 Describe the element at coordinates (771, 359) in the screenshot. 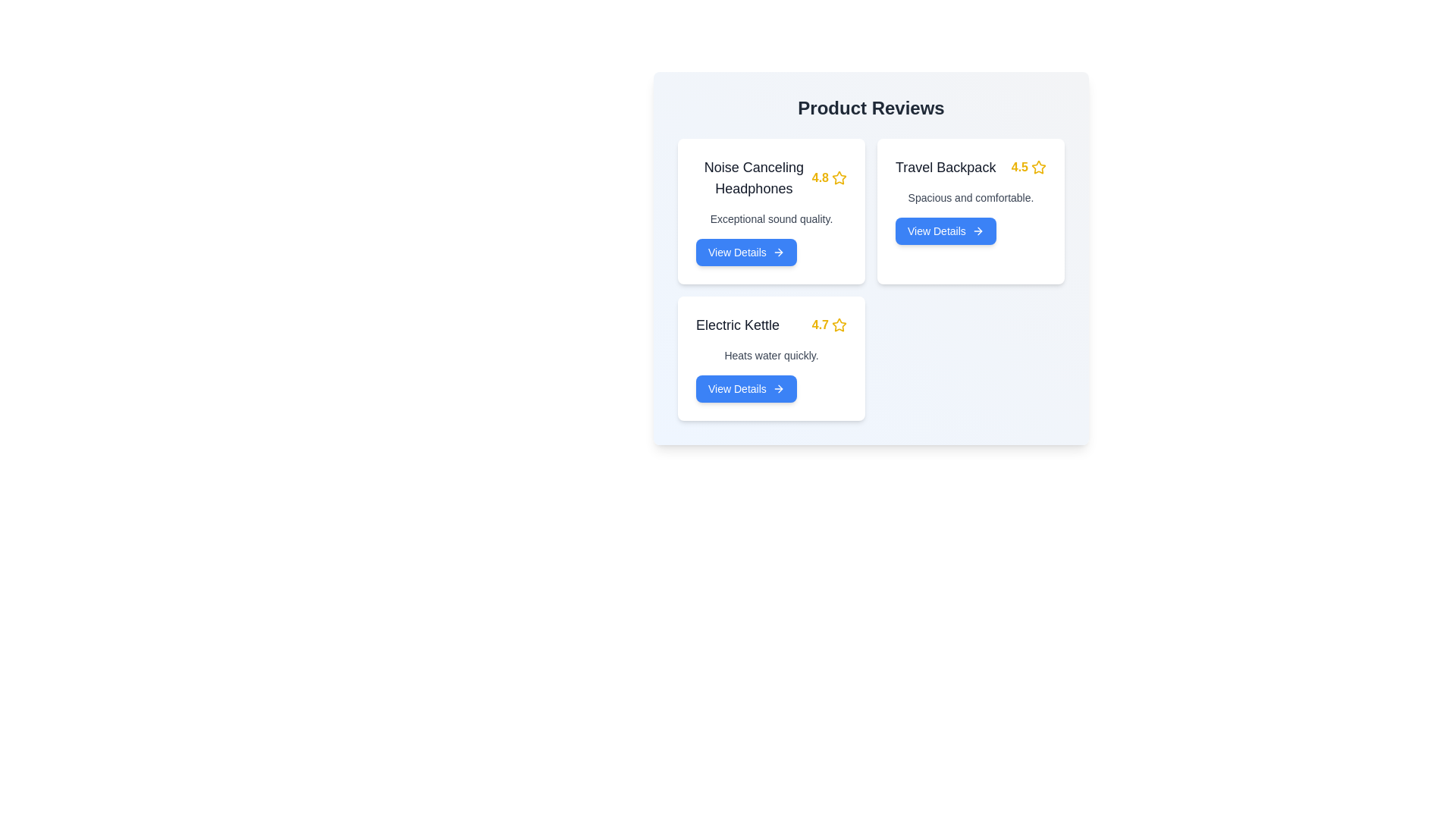

I see `the product card for Electric Kettle` at that location.